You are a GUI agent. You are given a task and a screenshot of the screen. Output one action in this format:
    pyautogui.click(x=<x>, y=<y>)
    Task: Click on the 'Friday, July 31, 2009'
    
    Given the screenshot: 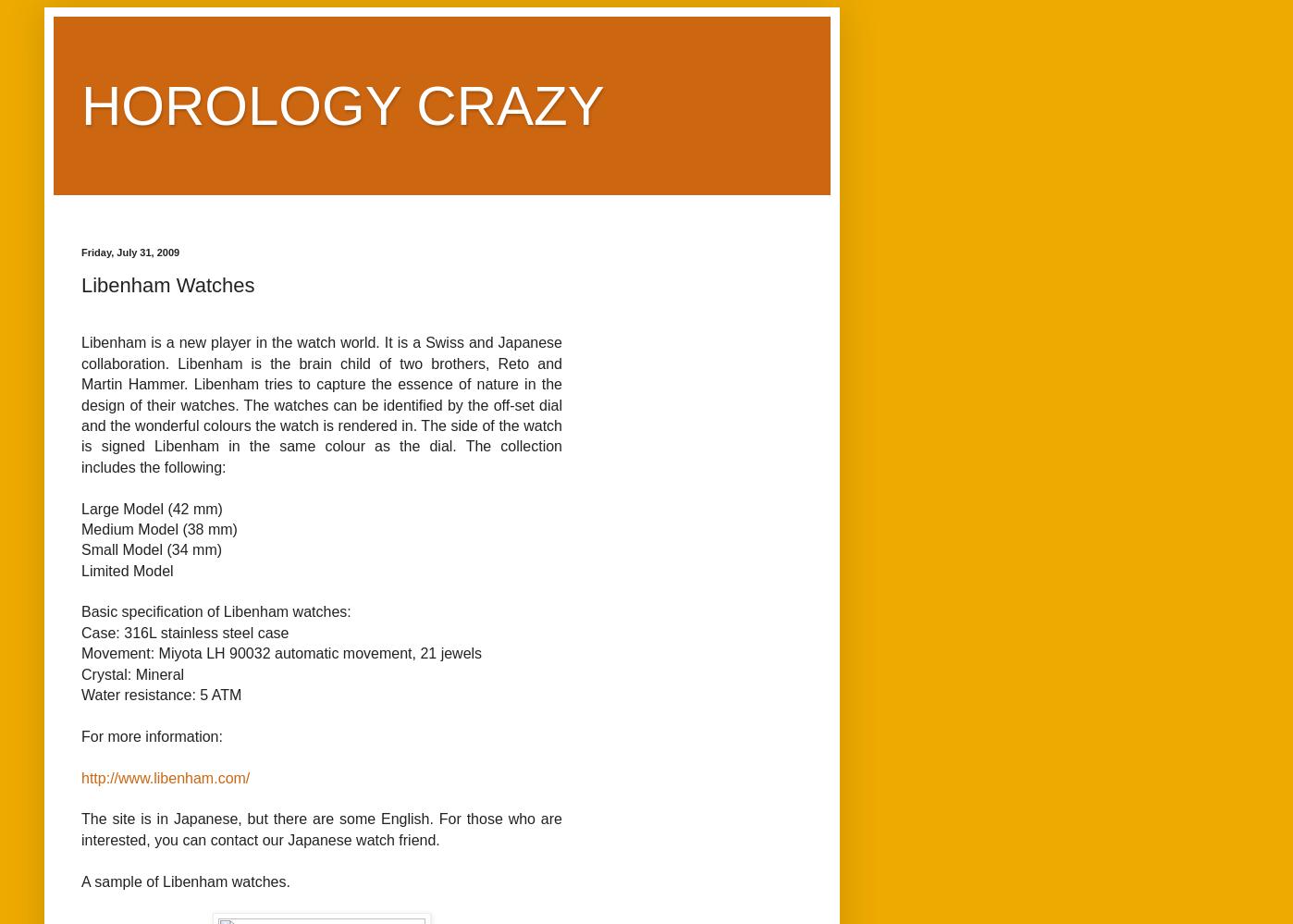 What is the action you would take?
    pyautogui.click(x=130, y=253)
    